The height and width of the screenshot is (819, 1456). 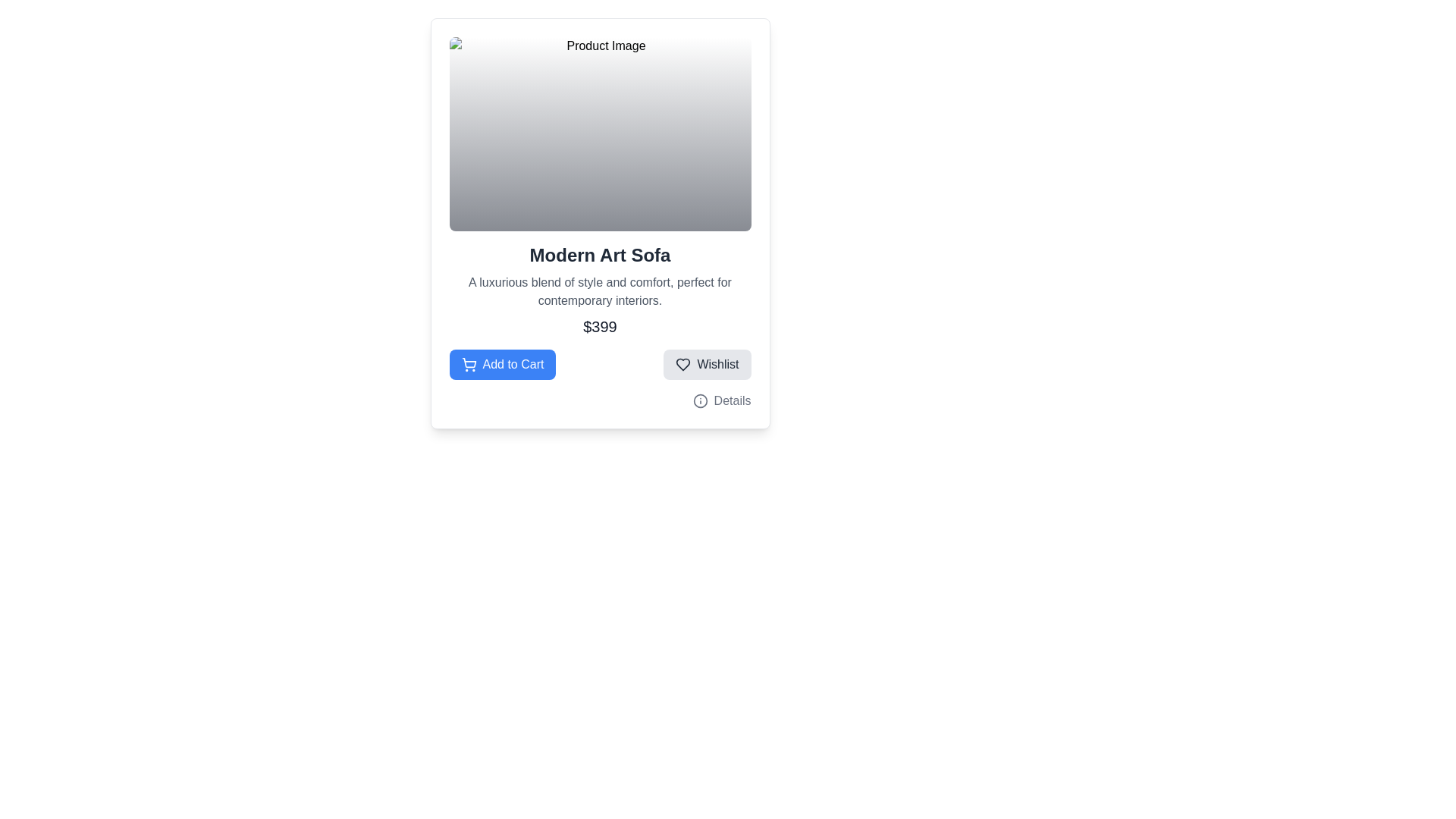 What do you see at coordinates (468, 365) in the screenshot?
I see `the shopping cart icon, which is styled with a line-drawing aesthetic and located to the left of the 'Add to Cart' text on a blue button` at bounding box center [468, 365].